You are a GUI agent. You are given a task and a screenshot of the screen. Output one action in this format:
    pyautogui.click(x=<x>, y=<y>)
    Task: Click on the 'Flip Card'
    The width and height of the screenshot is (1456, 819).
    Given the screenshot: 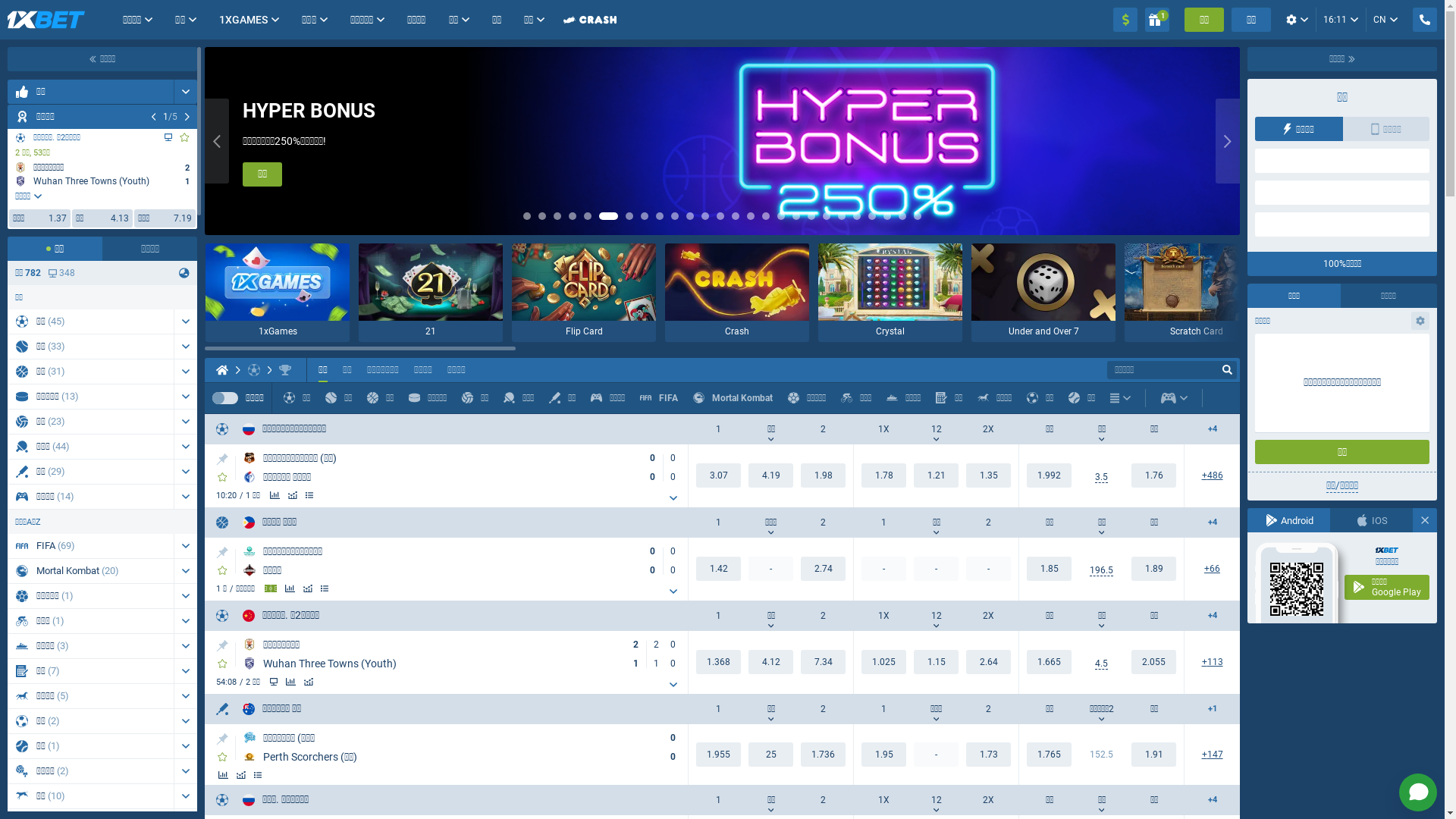 What is the action you would take?
    pyautogui.click(x=582, y=292)
    